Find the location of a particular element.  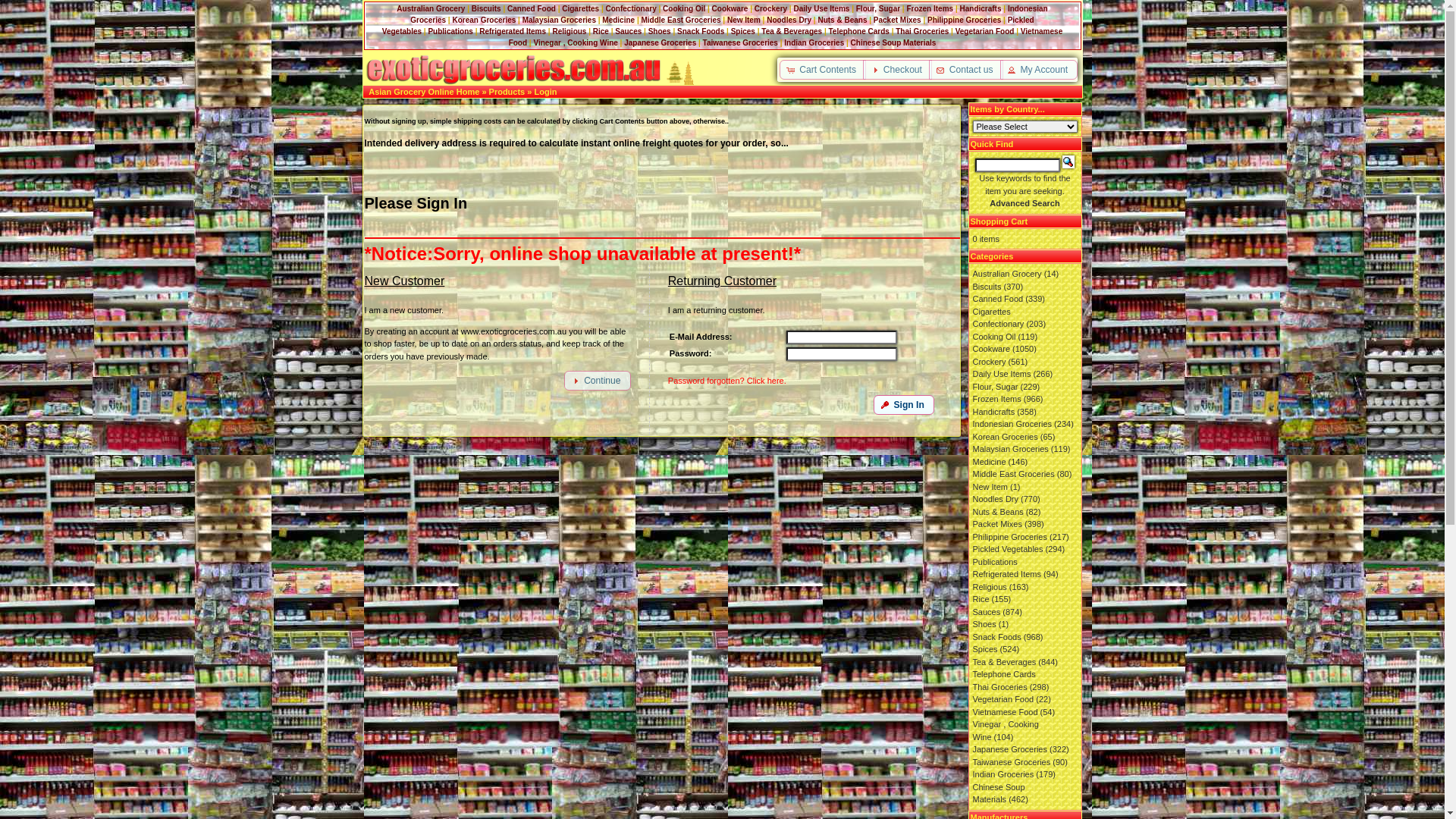

'Australian Grocery' is located at coordinates (429, 8).